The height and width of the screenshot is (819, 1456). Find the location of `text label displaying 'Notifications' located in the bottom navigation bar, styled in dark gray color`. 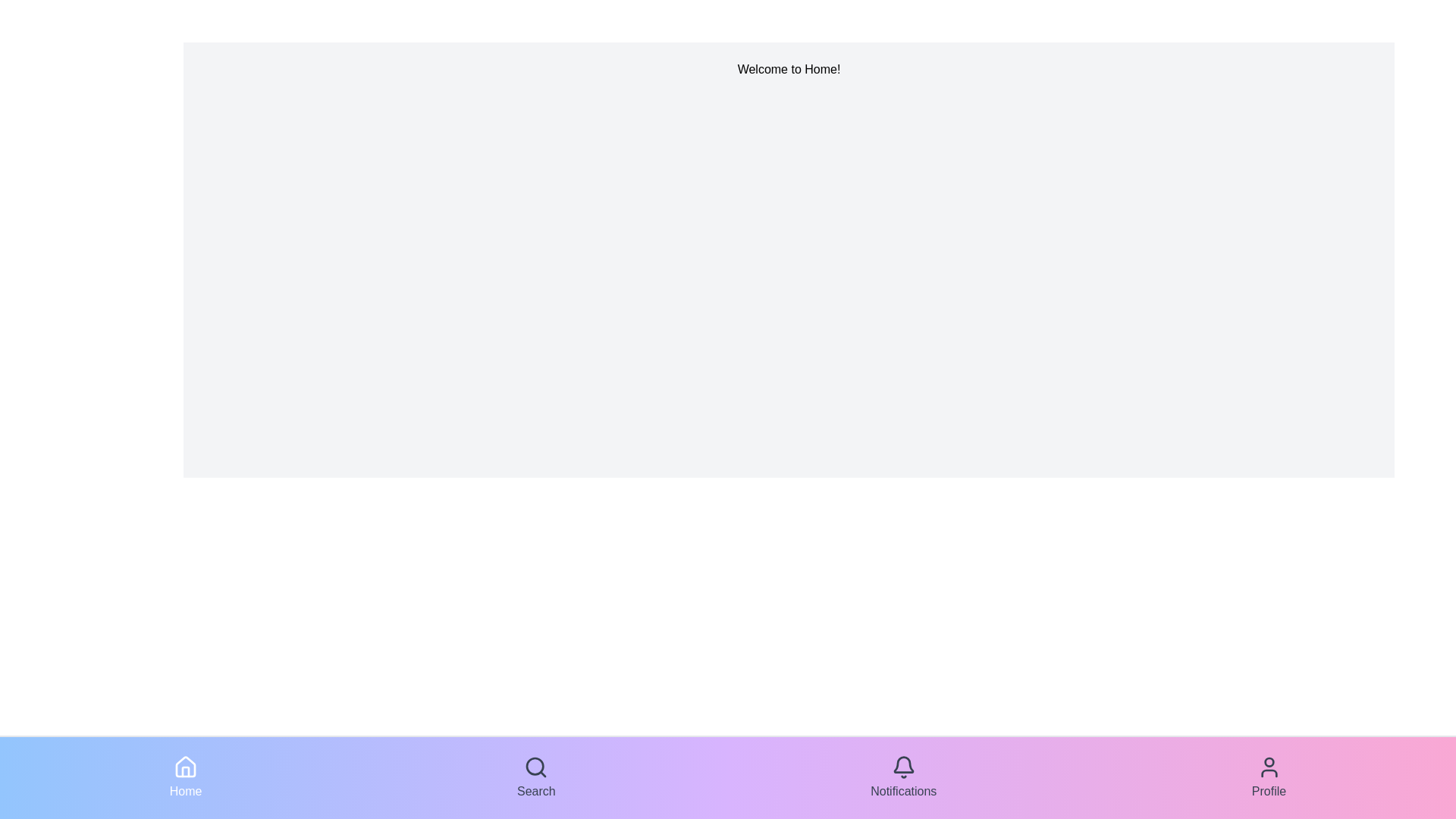

text label displaying 'Notifications' located in the bottom navigation bar, styled in dark gray color is located at coordinates (903, 791).